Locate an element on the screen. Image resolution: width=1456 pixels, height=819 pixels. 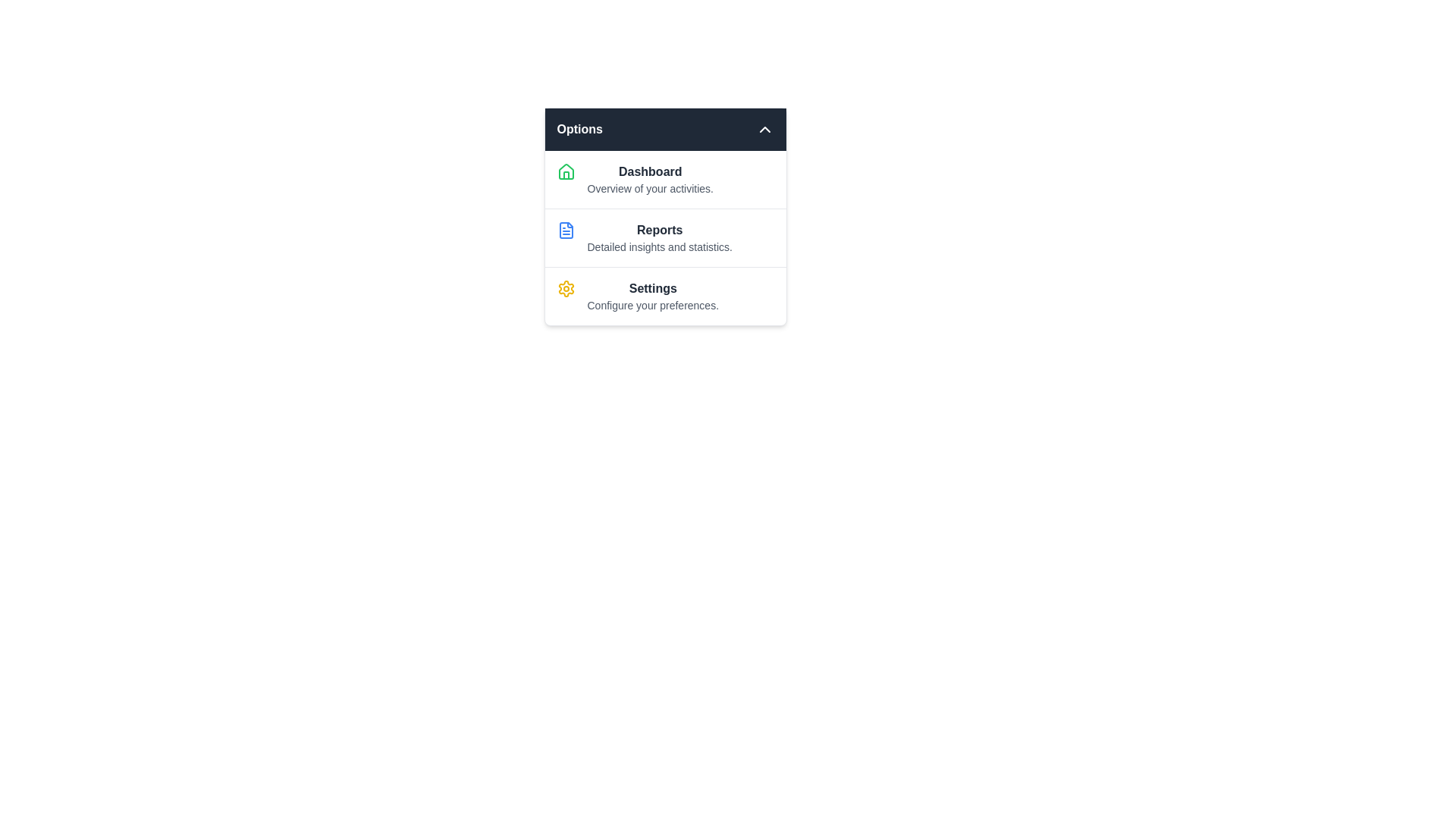
the descriptive subtitle located directly beneath the 'Reports' text in the 'Options' menu section is located at coordinates (660, 246).